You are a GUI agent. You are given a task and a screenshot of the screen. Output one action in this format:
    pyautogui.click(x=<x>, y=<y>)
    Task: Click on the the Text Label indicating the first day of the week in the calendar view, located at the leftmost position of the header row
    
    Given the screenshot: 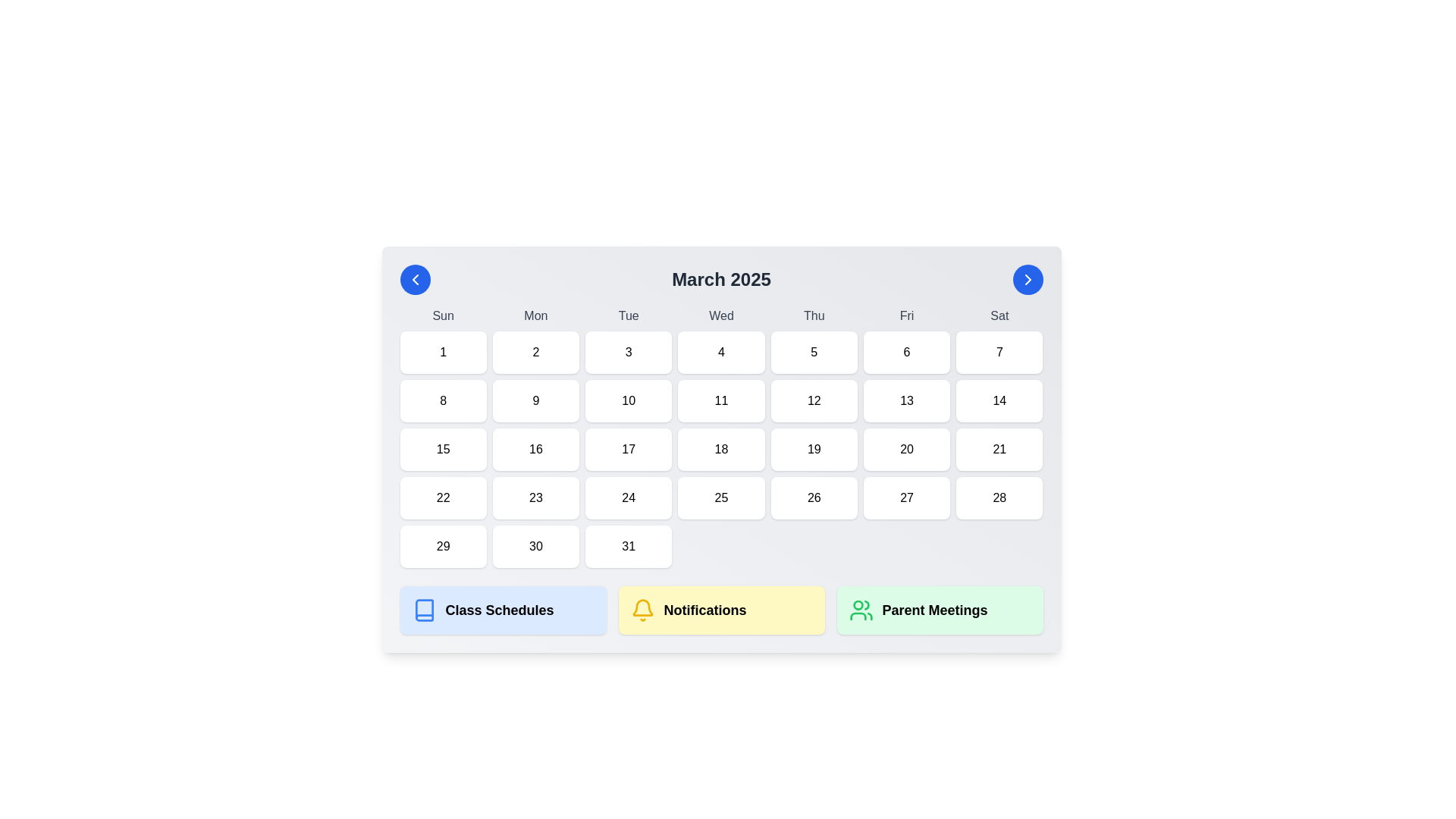 What is the action you would take?
    pyautogui.click(x=442, y=315)
    